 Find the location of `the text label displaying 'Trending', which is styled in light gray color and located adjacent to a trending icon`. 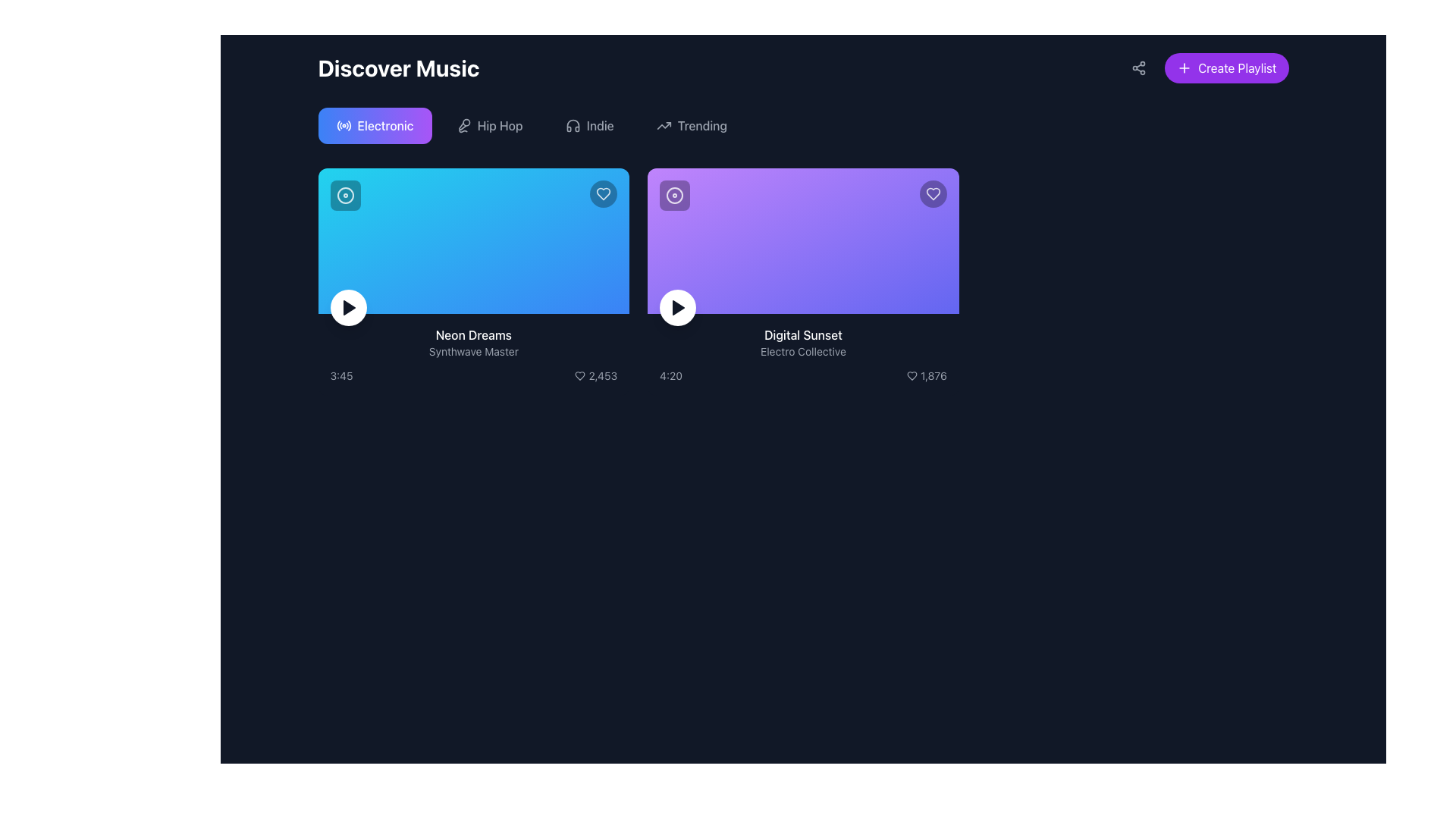

the text label displaying 'Trending', which is styled in light gray color and located adjacent to a trending icon is located at coordinates (701, 124).